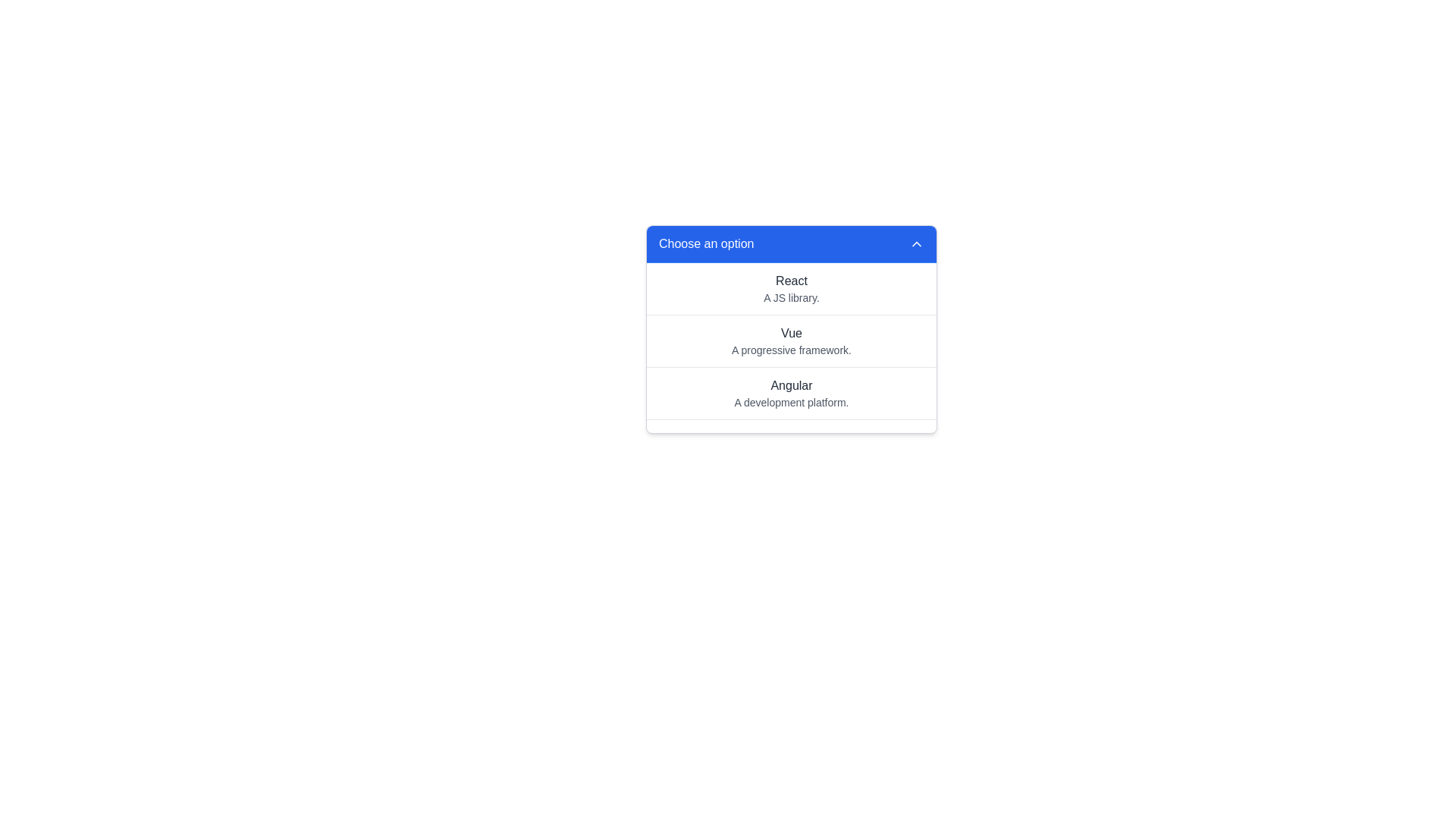 The height and width of the screenshot is (819, 1456). What do you see at coordinates (790, 402) in the screenshot?
I see `the informational text label located below the 'Angular' option in the dropdown menu, which provides additional information about it` at bounding box center [790, 402].